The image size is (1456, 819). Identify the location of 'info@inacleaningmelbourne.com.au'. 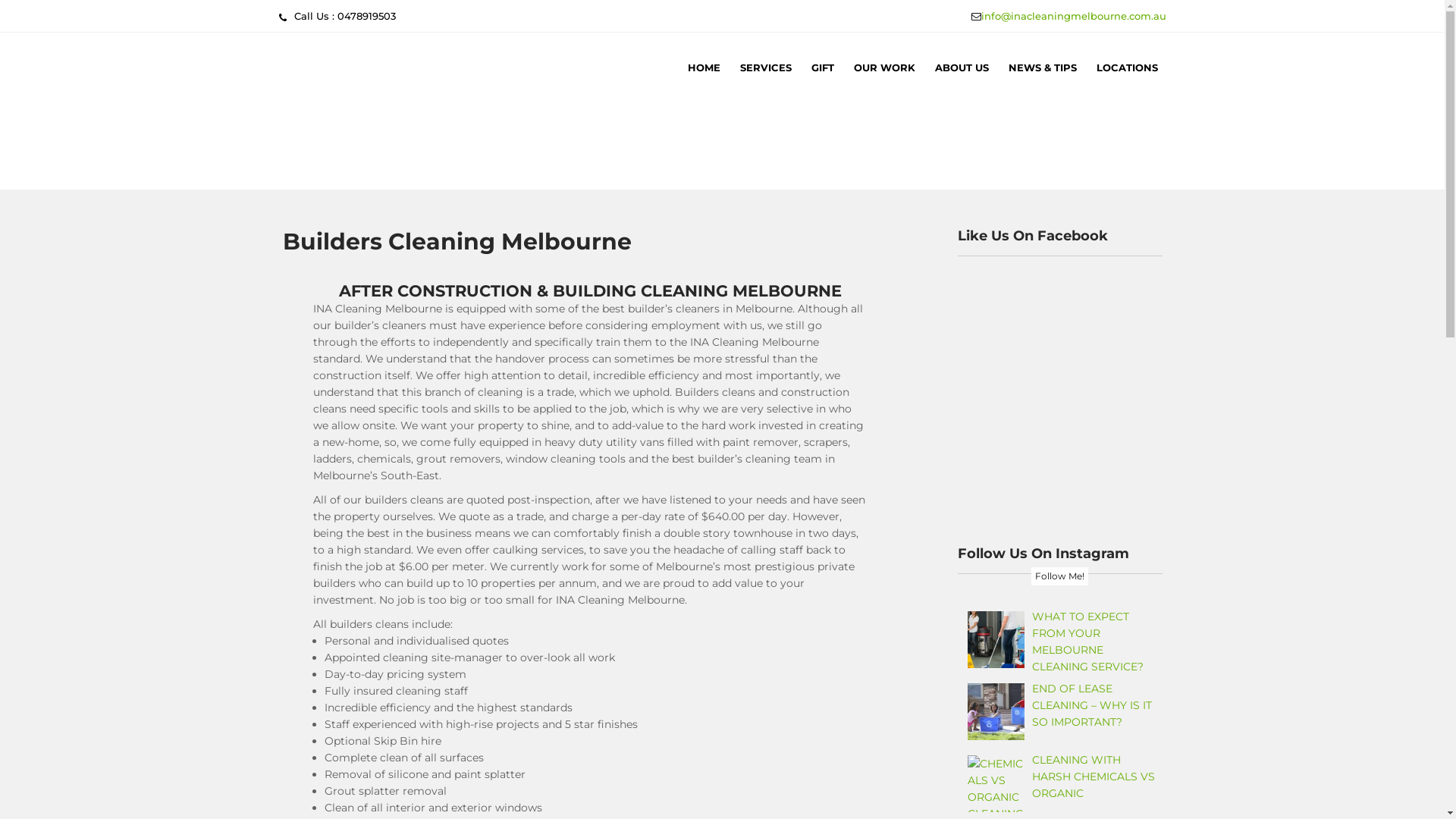
(1073, 15).